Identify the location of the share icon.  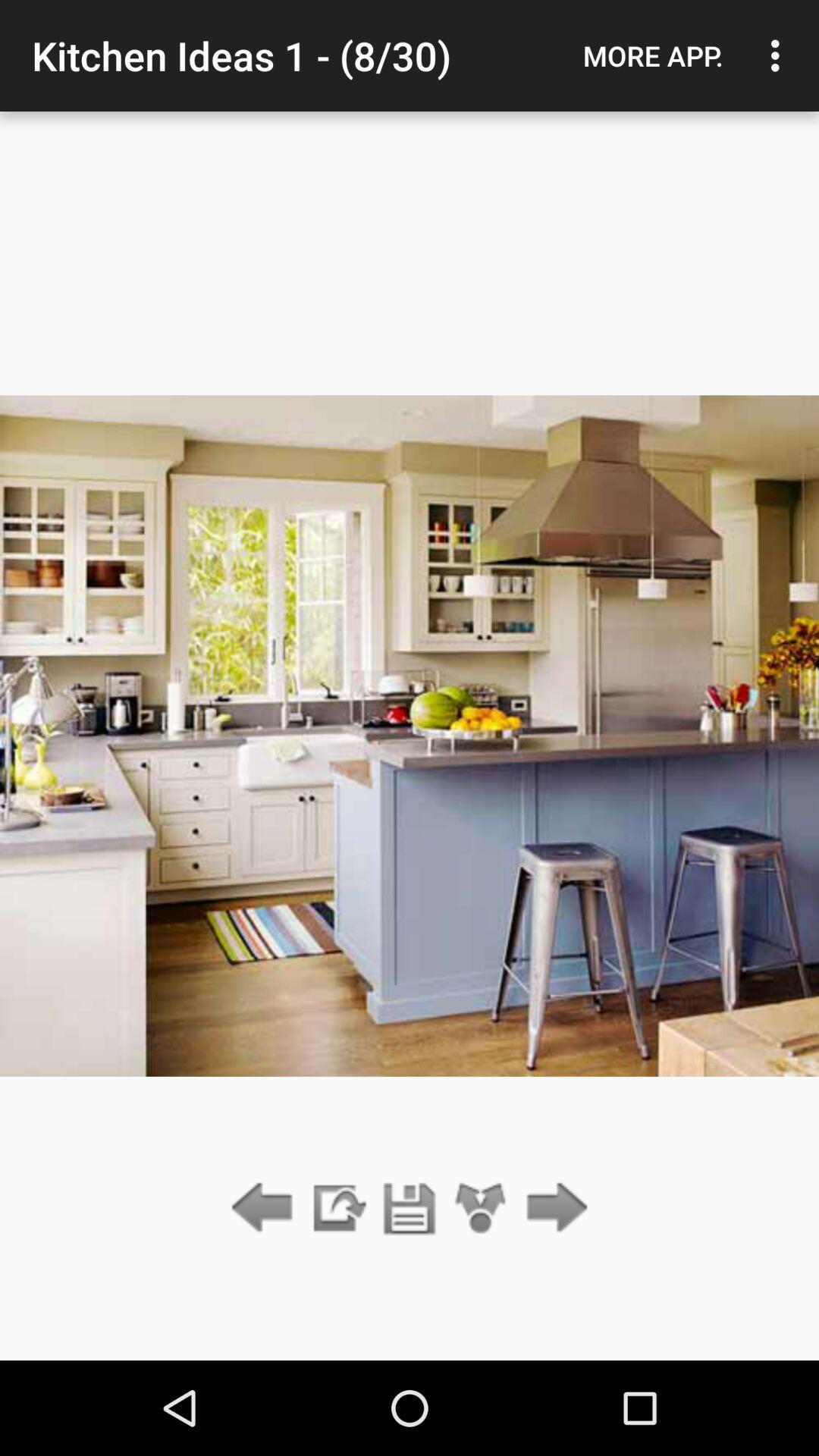
(481, 1208).